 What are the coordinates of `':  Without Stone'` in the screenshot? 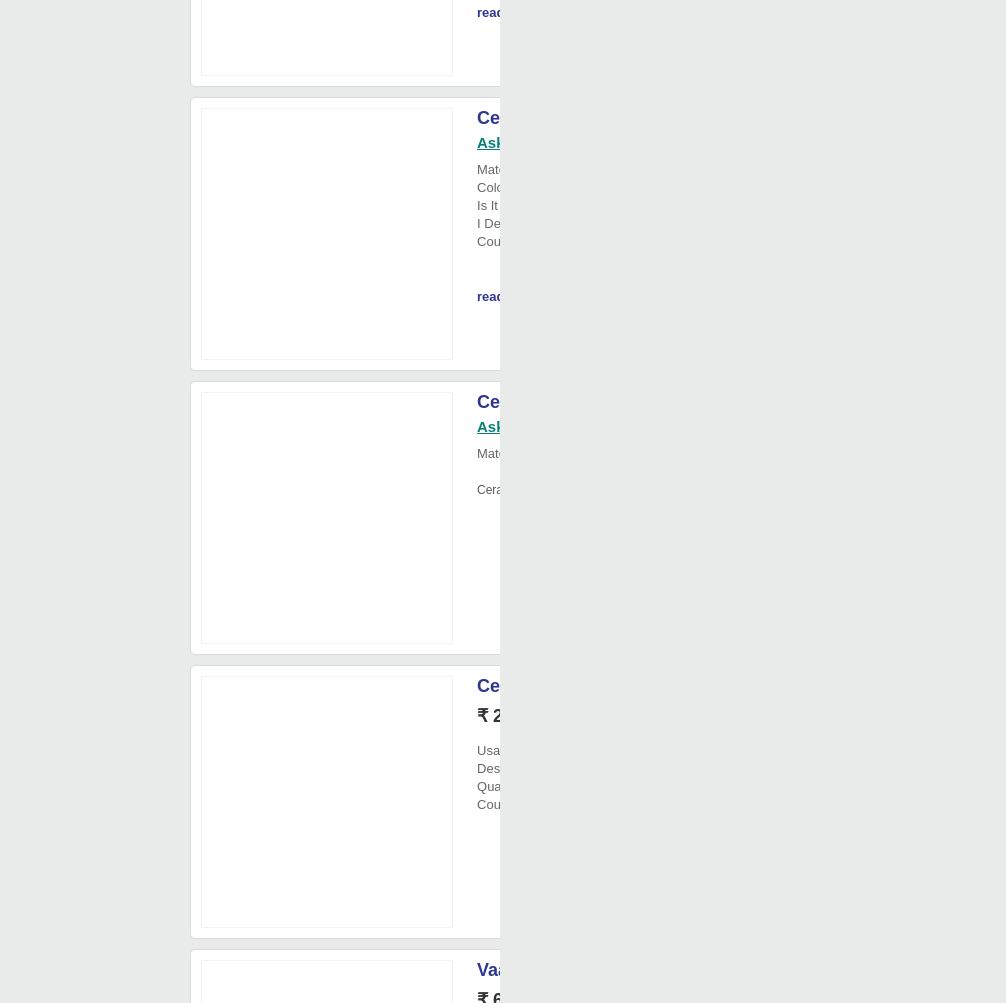 It's located at (609, 205).